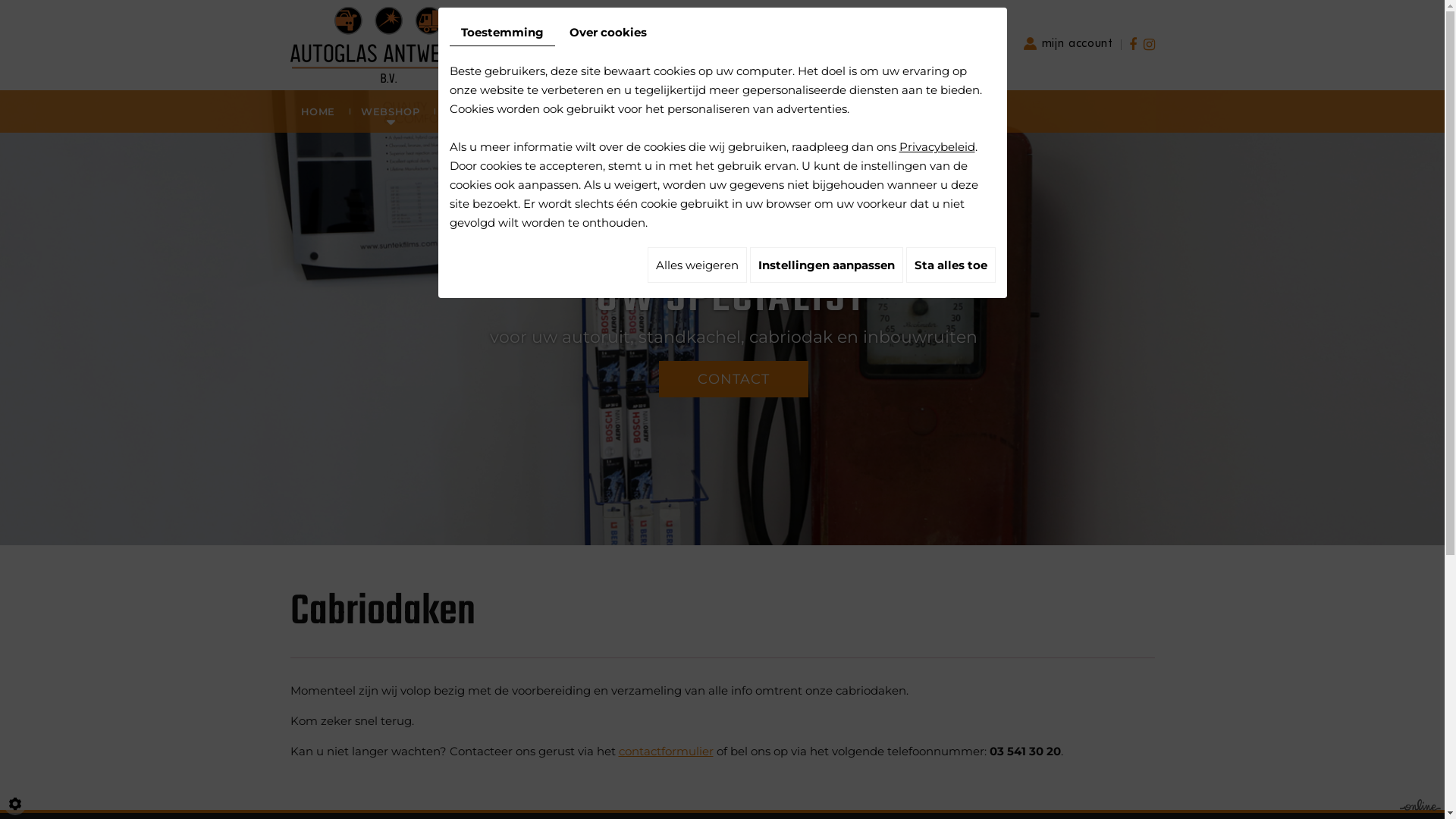 The image size is (1456, 819). I want to click on 'Privacybeleid', so click(937, 146).